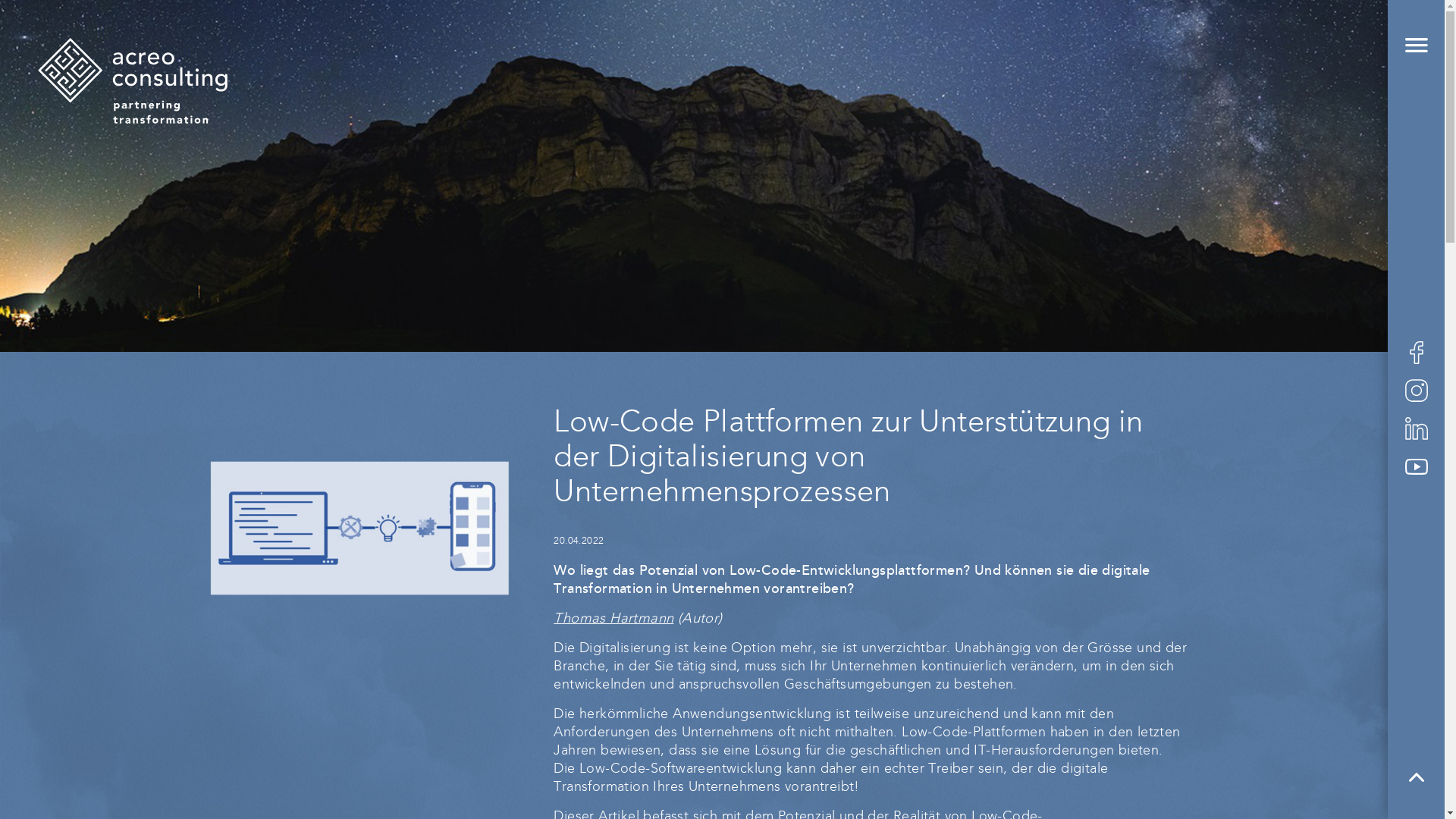  Describe the element at coordinates (1404, 465) in the screenshot. I see `'acreo consulting bei YouTube'` at that location.